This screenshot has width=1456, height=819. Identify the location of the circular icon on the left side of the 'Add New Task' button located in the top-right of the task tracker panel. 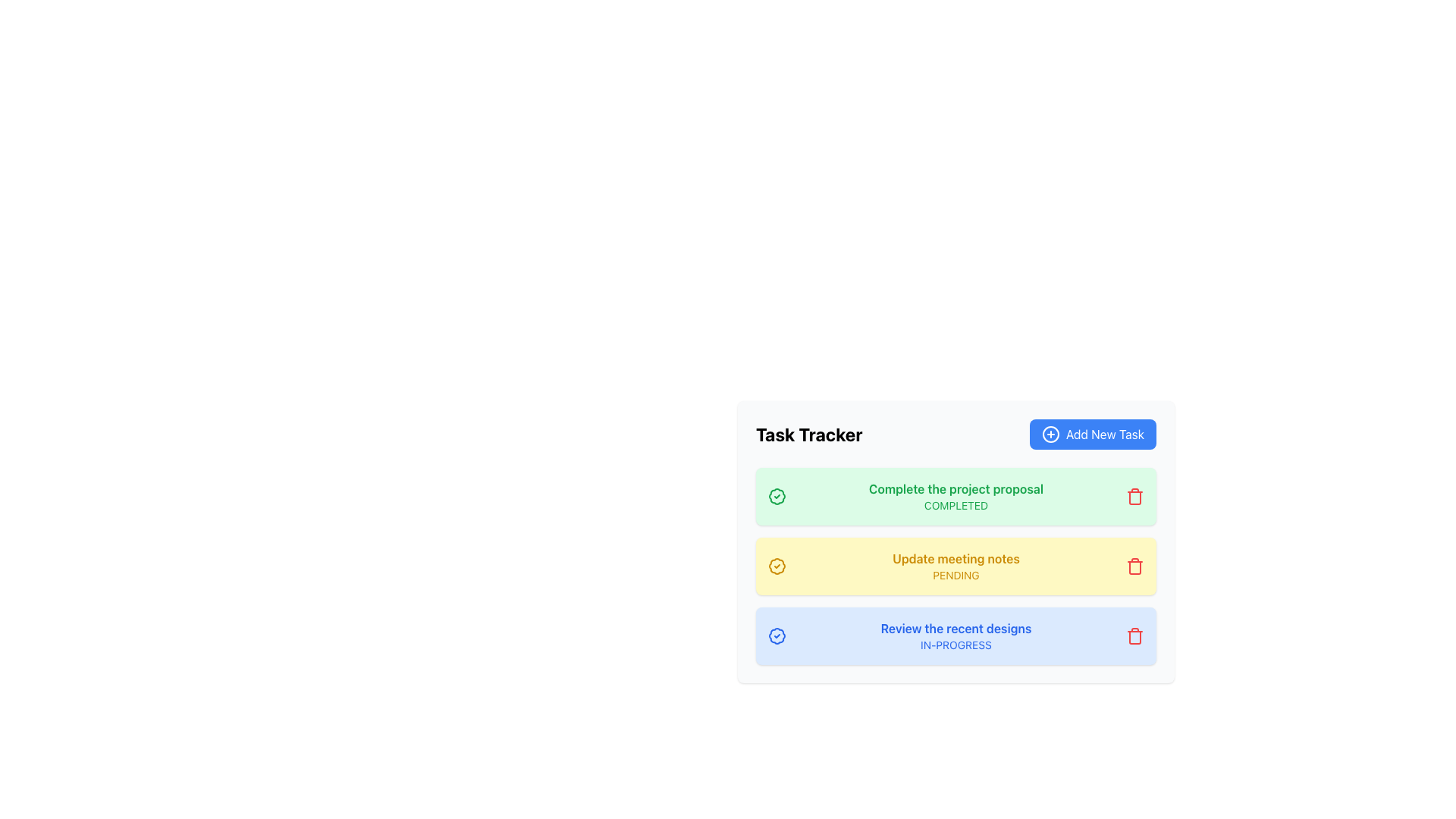
(1050, 435).